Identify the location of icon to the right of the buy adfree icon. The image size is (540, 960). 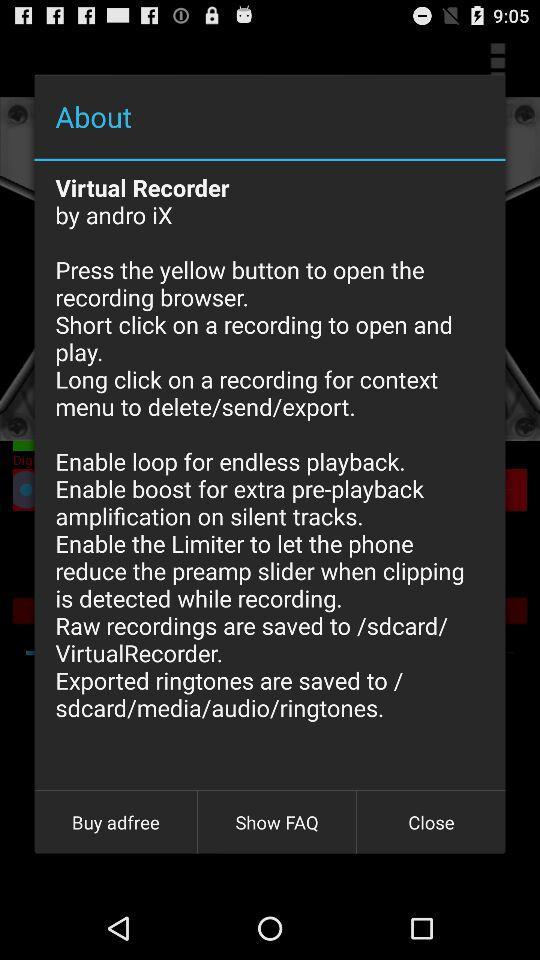
(276, 822).